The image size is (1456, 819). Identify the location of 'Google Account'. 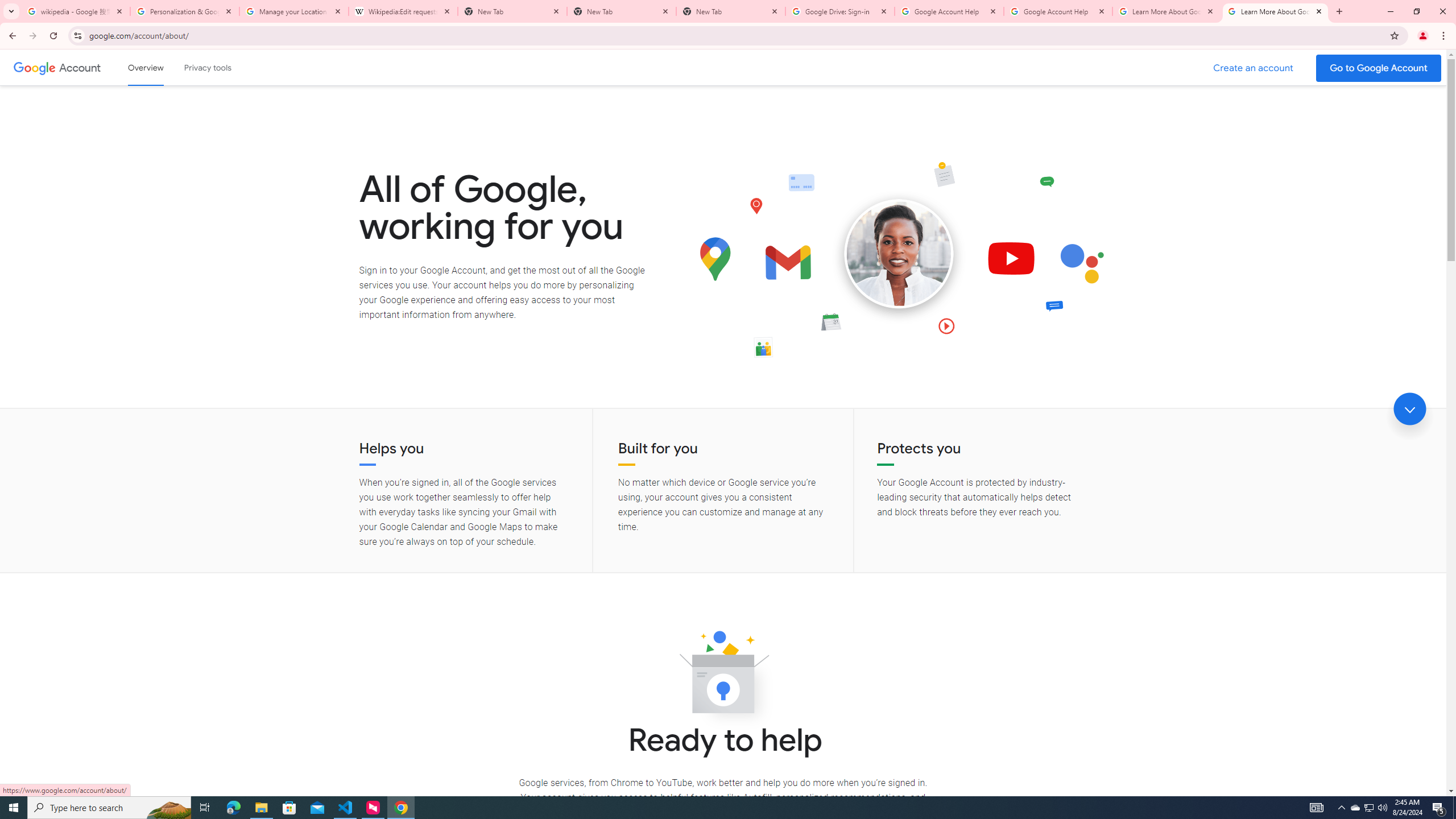
(81, 67).